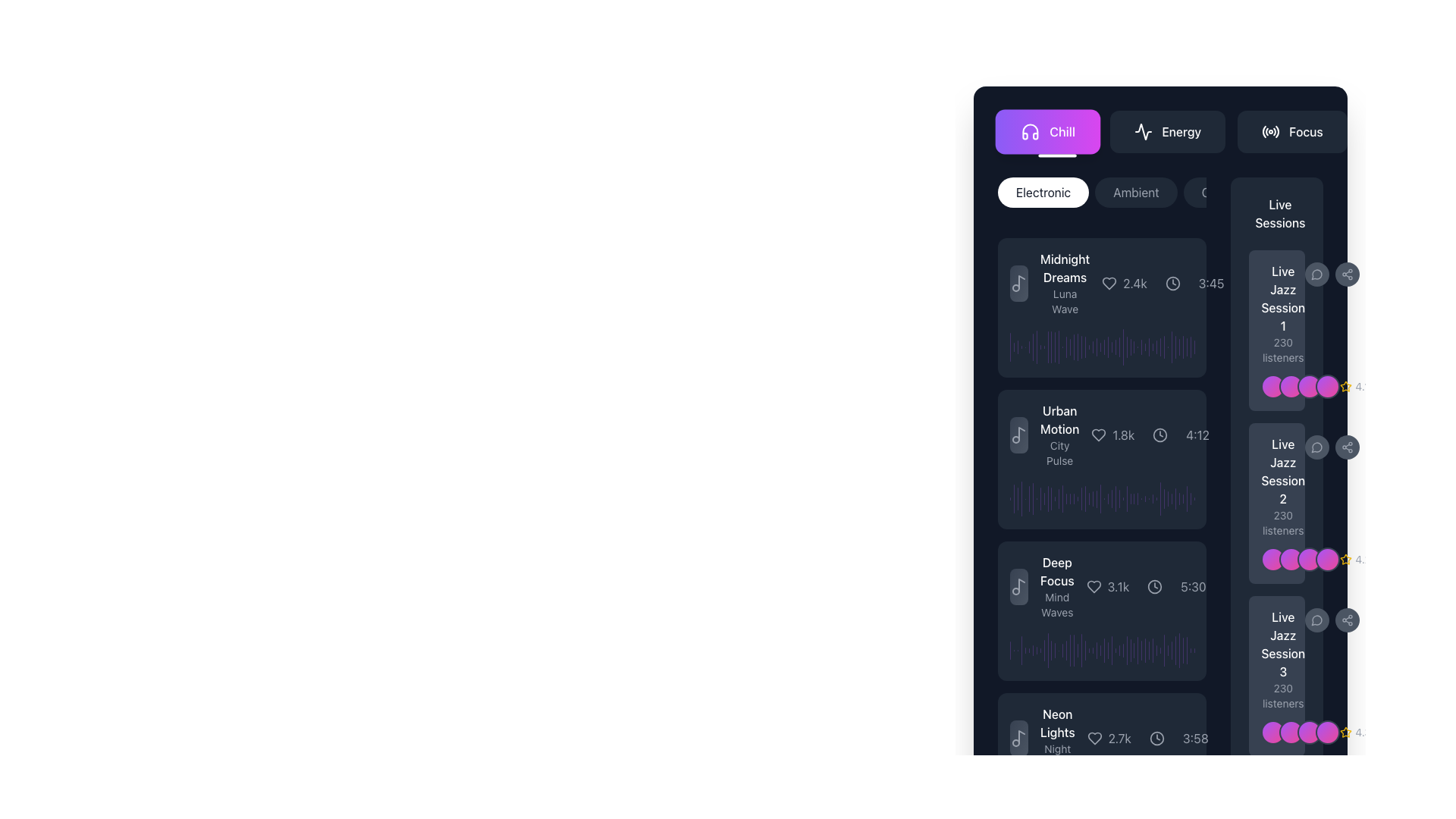 This screenshot has width=1456, height=819. What do you see at coordinates (1065, 649) in the screenshot?
I see `the 16th vertical bar in the purple semi-transparent chart` at bounding box center [1065, 649].